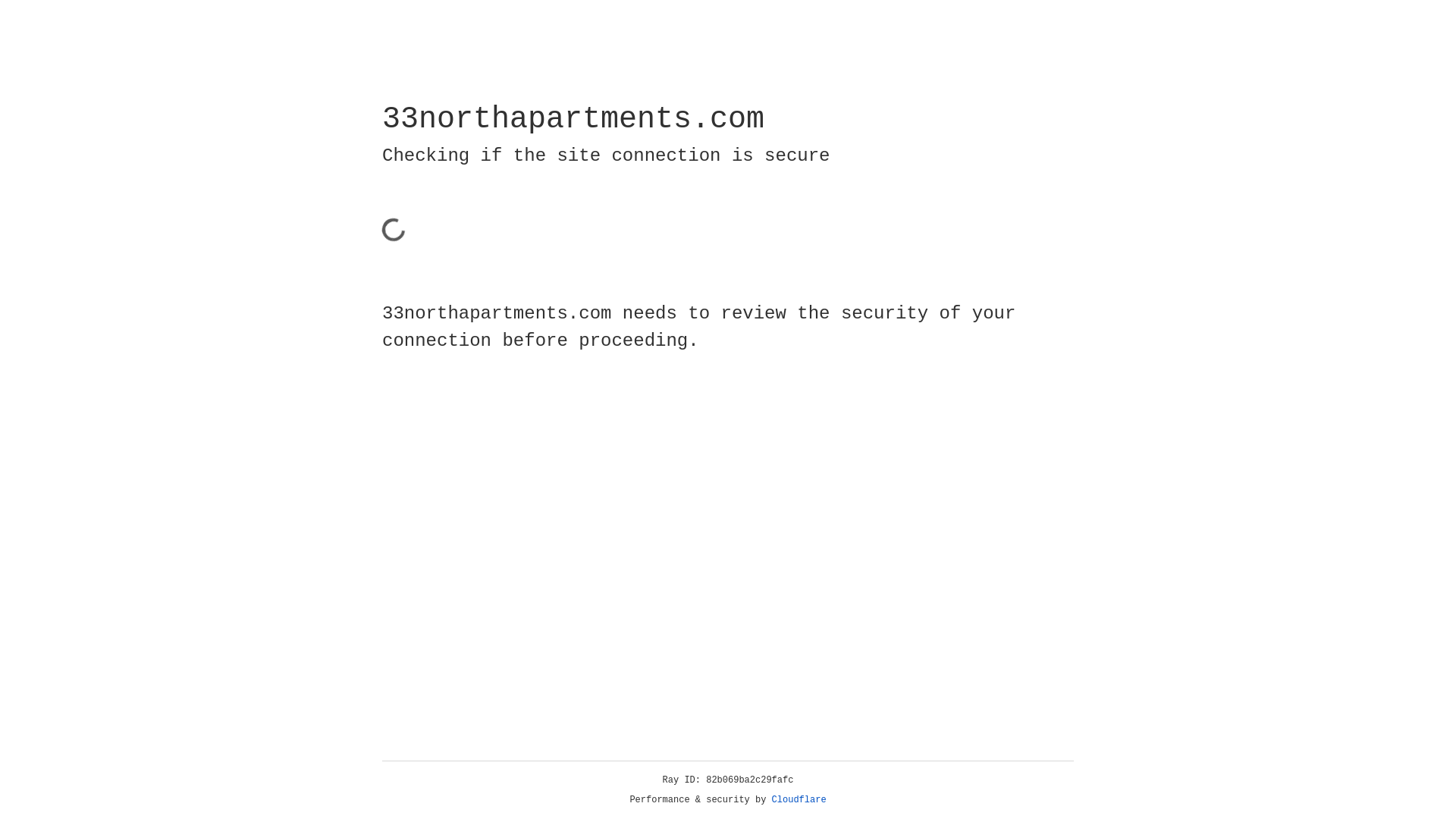 The image size is (1456, 819). Describe the element at coordinates (799, 799) in the screenshot. I see `'Cloudflare'` at that location.